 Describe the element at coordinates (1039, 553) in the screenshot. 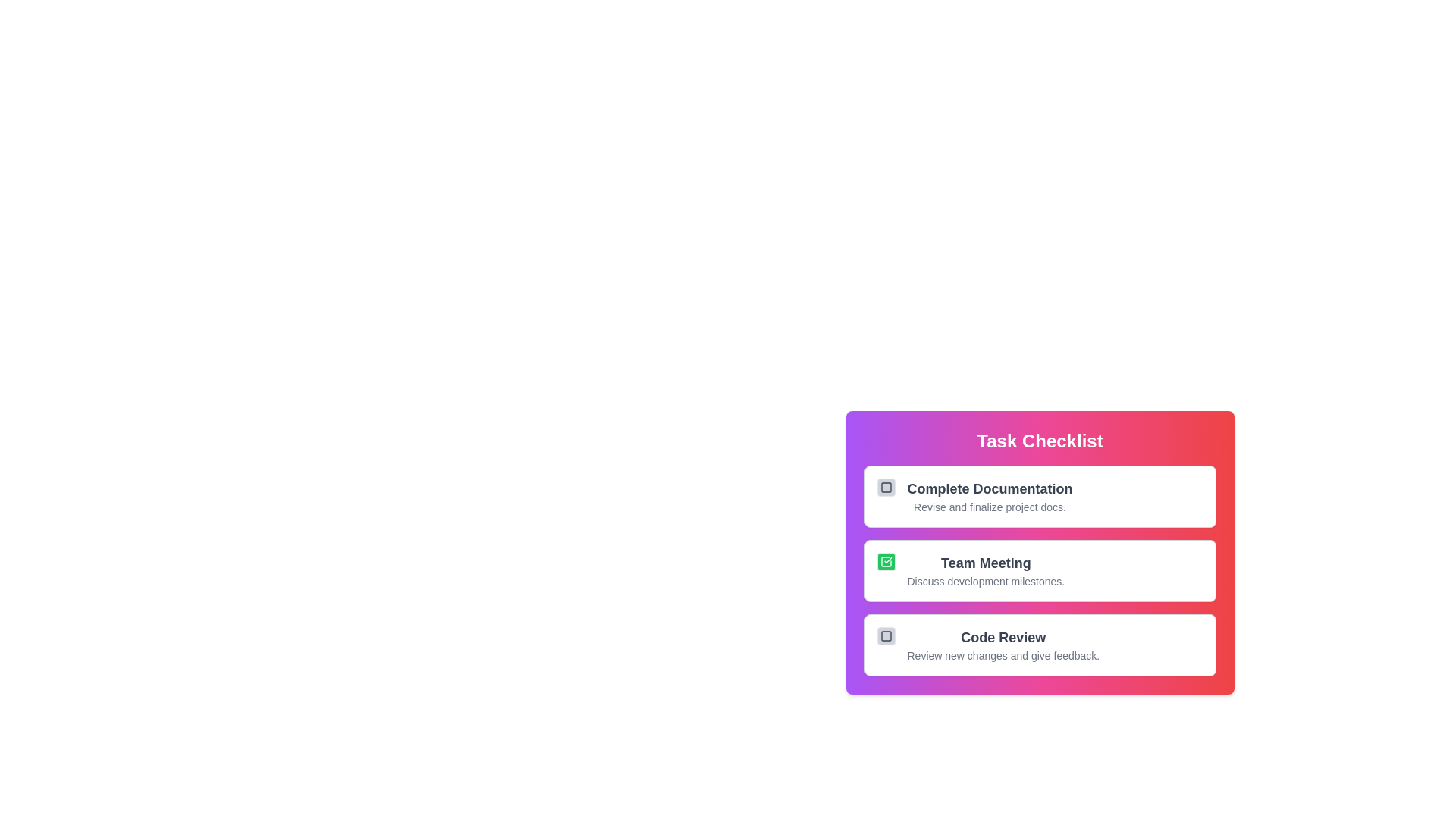

I see `the task container to analyze its layout and design` at that location.